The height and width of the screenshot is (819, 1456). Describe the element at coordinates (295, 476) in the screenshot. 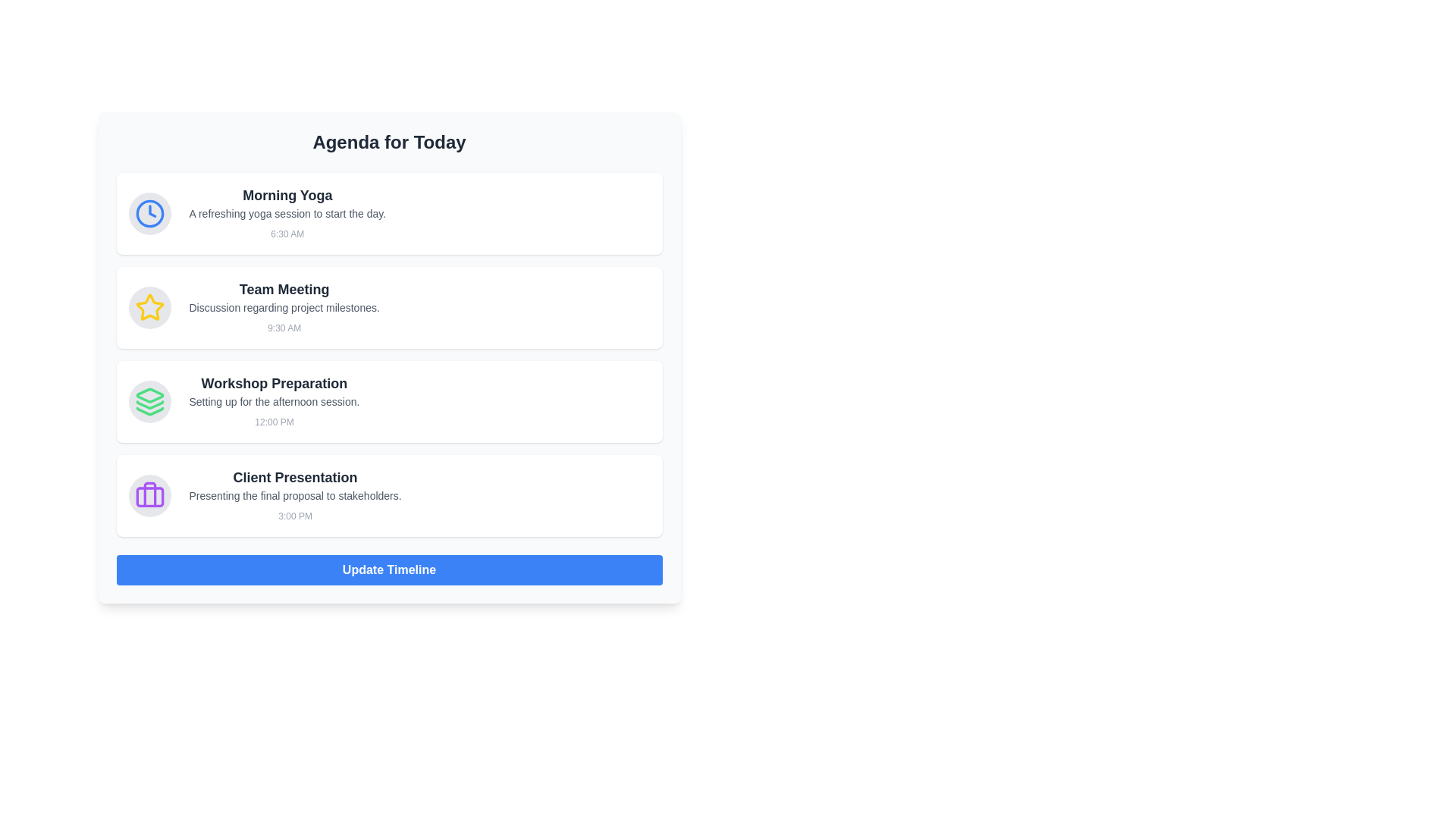

I see `the text label that serves as a heading for the agenda item located in the fourth row, positioned above the text 'Presenting the final proposal to stakeholders.' and below the timestamp '3:00 PM'` at that location.